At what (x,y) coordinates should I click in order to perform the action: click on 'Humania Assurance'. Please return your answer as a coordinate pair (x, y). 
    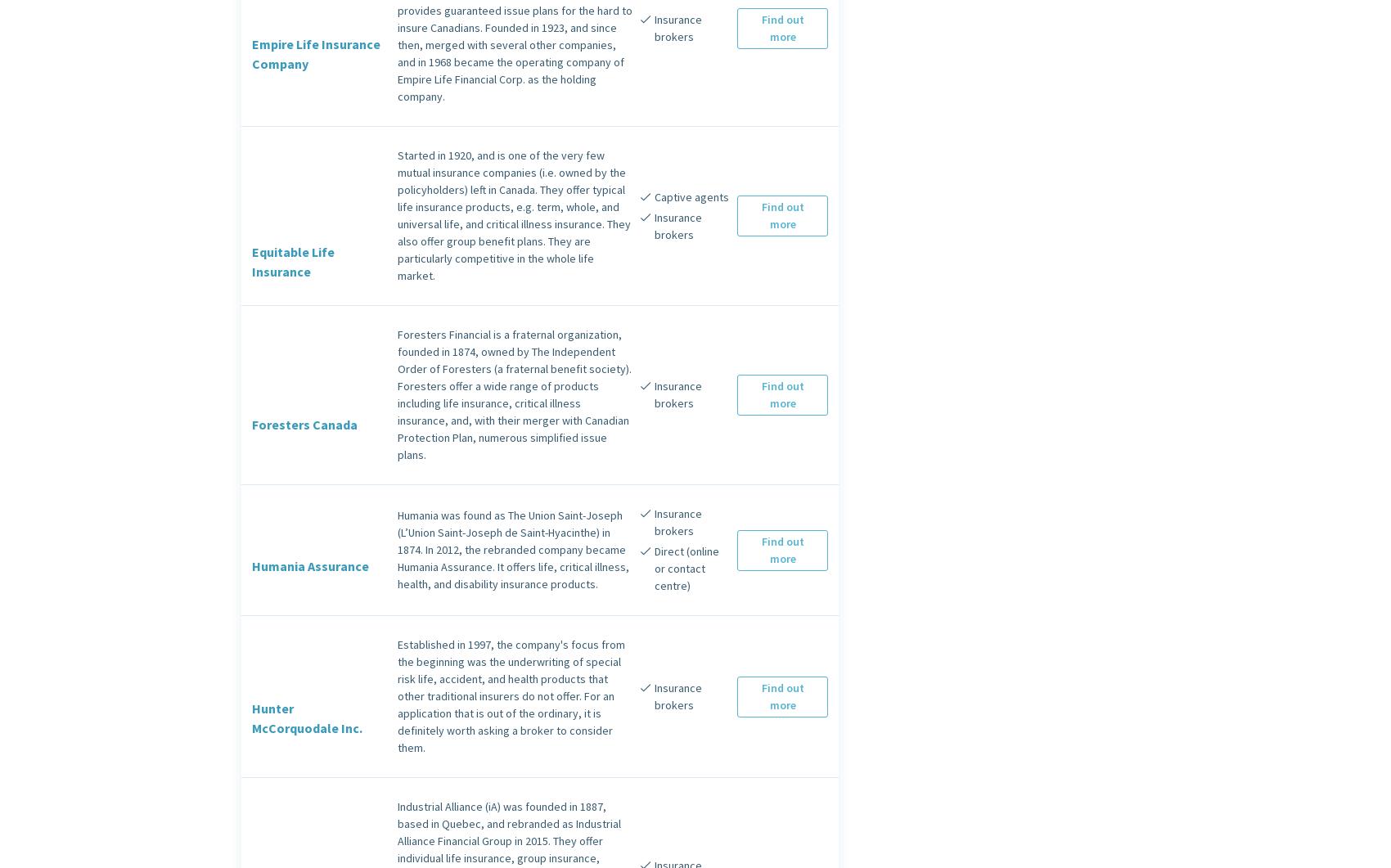
    Looking at the image, I should click on (309, 564).